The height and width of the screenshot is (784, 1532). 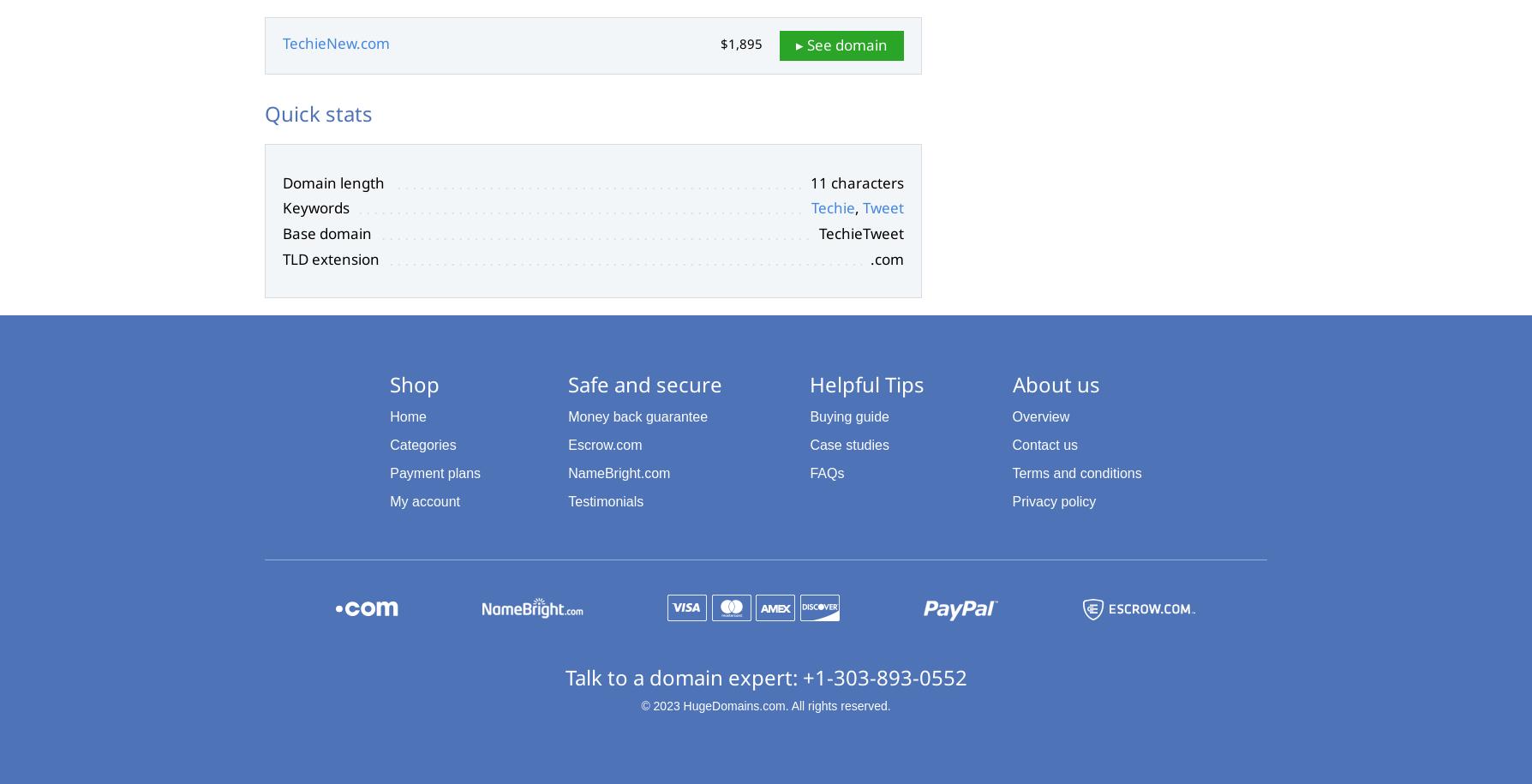 What do you see at coordinates (1044, 445) in the screenshot?
I see `'Contact us'` at bounding box center [1044, 445].